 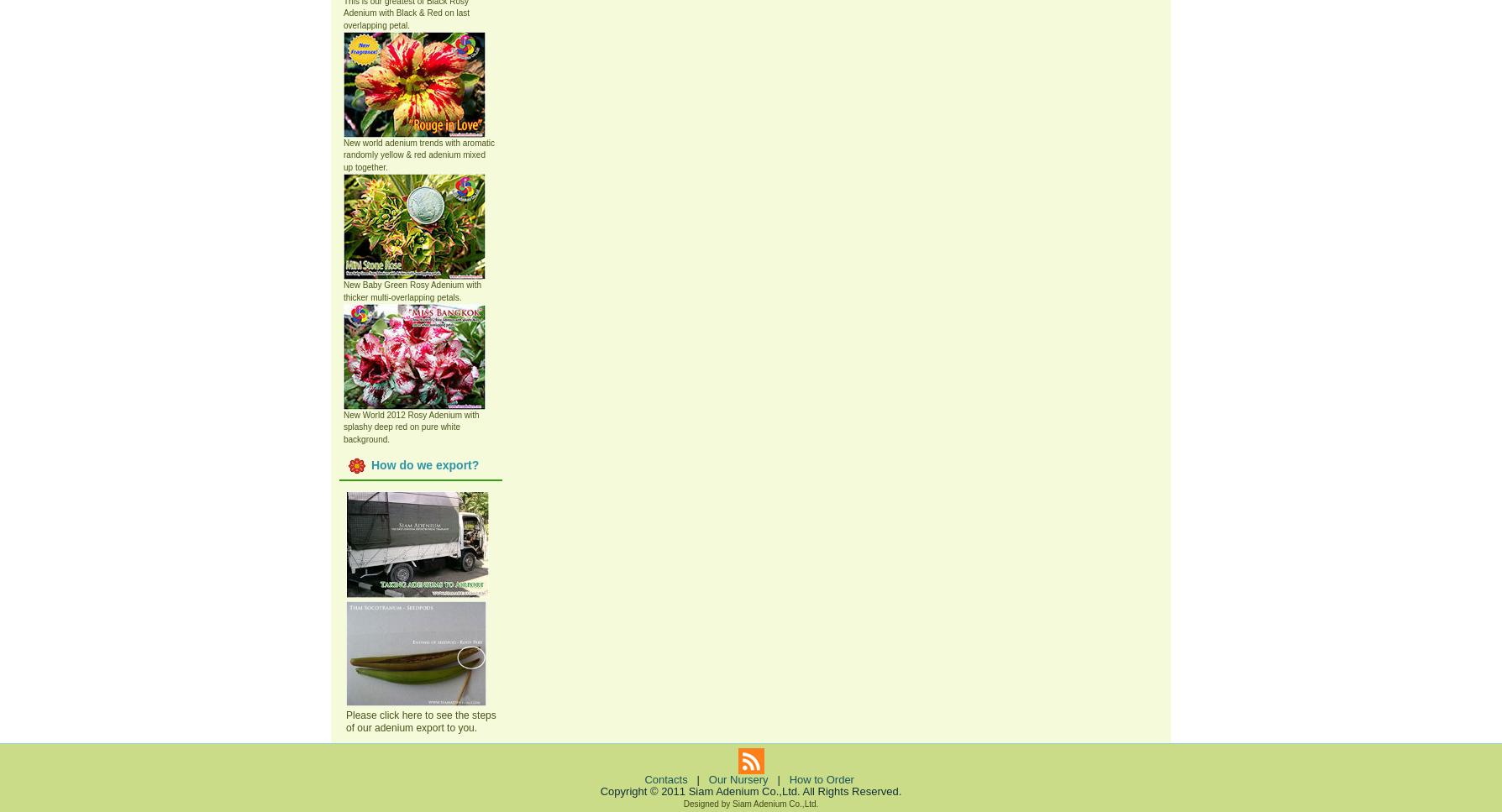 I want to click on 'Please click here to see the steps of our adenium export to you.', so click(x=420, y=720).